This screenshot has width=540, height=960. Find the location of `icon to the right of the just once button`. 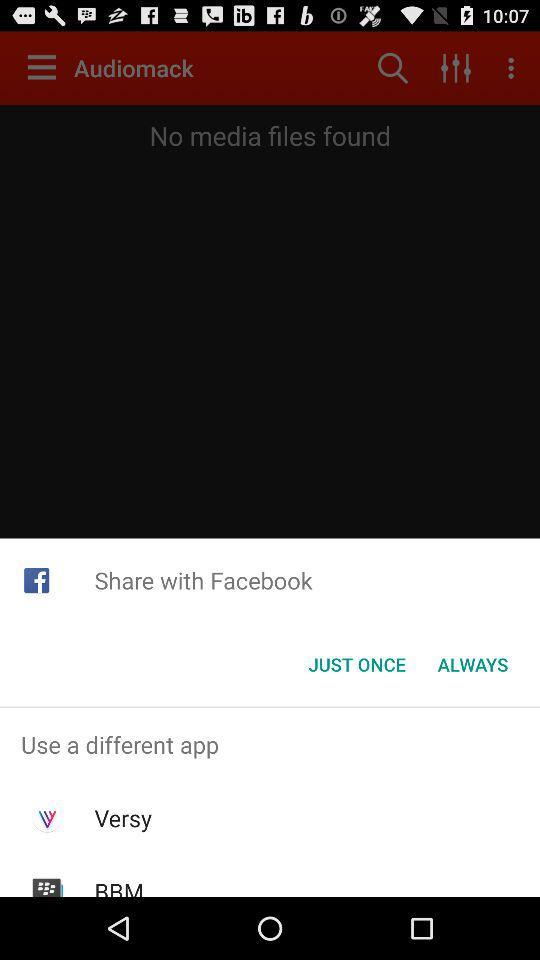

icon to the right of the just once button is located at coordinates (472, 664).